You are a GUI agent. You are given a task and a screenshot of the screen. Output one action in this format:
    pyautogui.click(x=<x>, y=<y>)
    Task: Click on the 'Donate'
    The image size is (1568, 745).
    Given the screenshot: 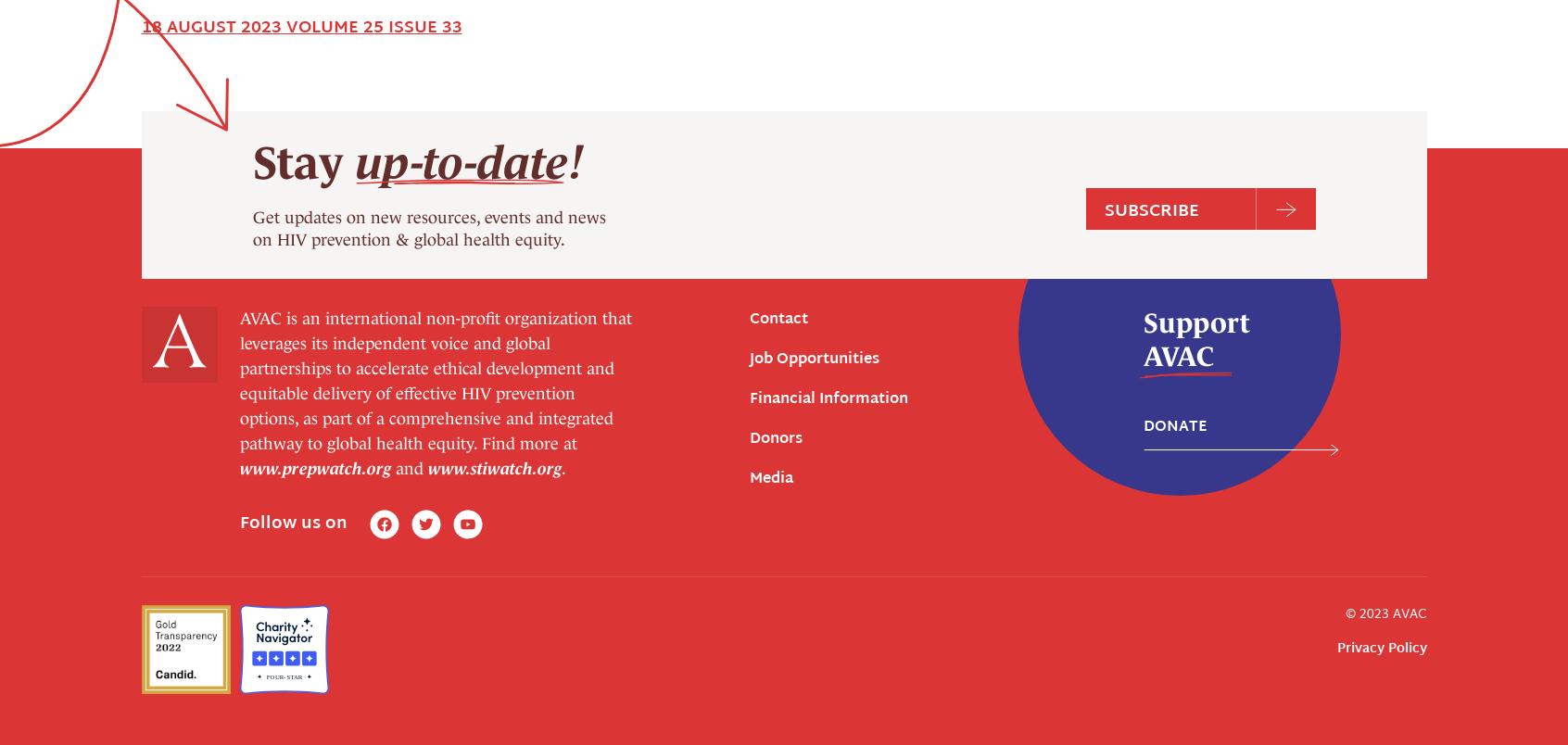 What is the action you would take?
    pyautogui.click(x=1173, y=92)
    